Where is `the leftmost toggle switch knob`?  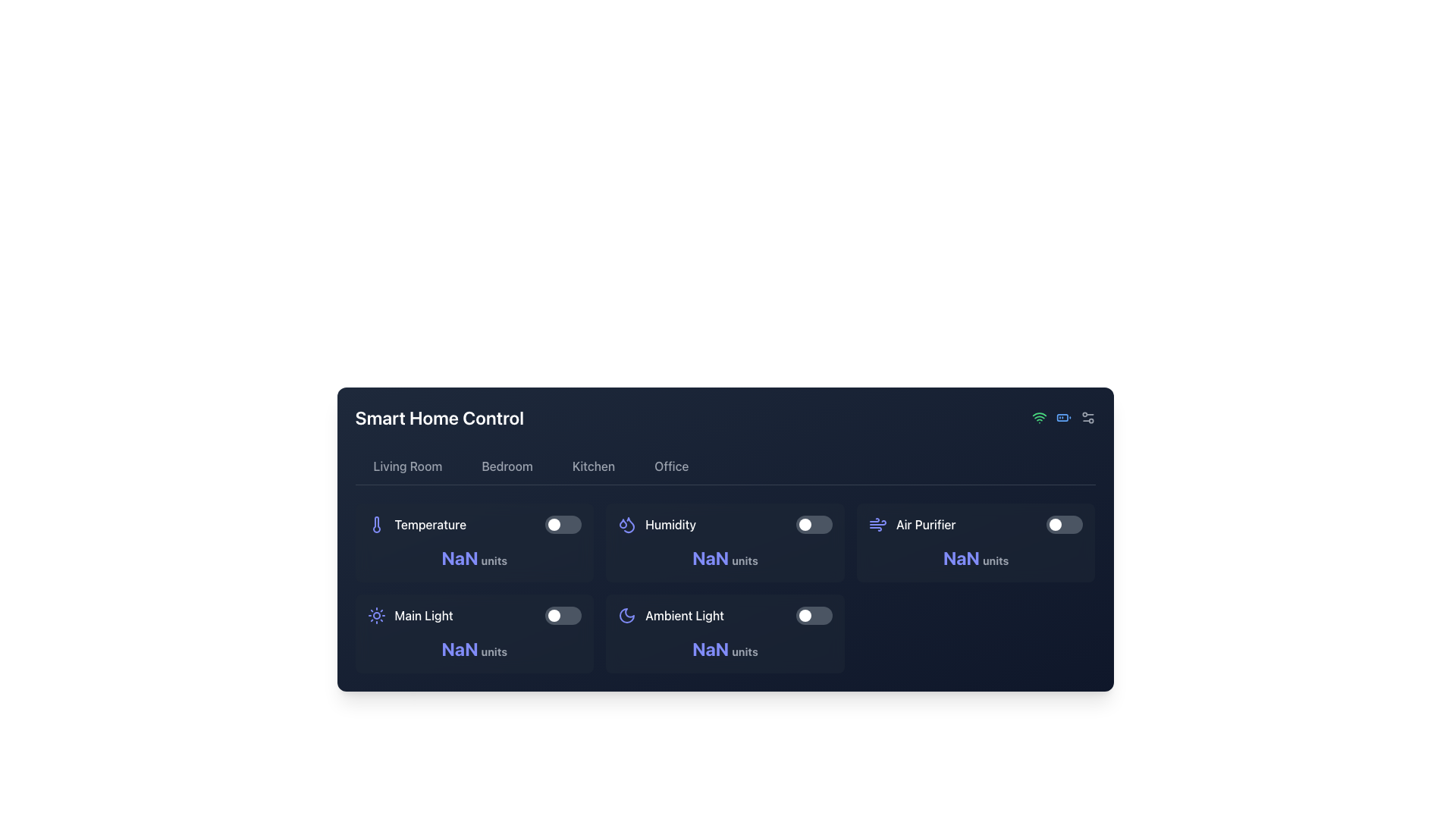 the leftmost toggle switch knob is located at coordinates (554, 523).